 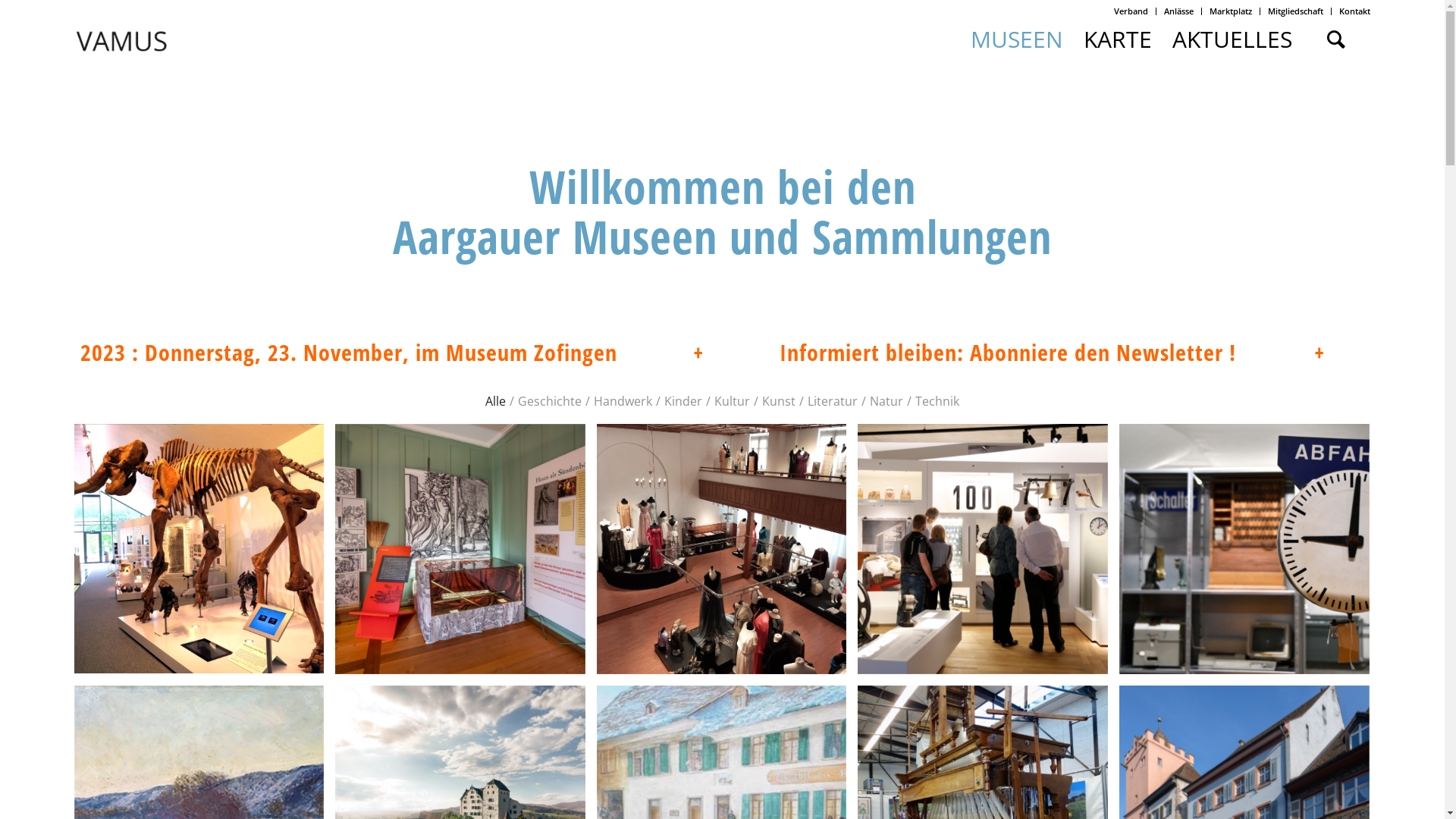 What do you see at coordinates (548, 381) in the screenshot?
I see `'Geschichte'` at bounding box center [548, 381].